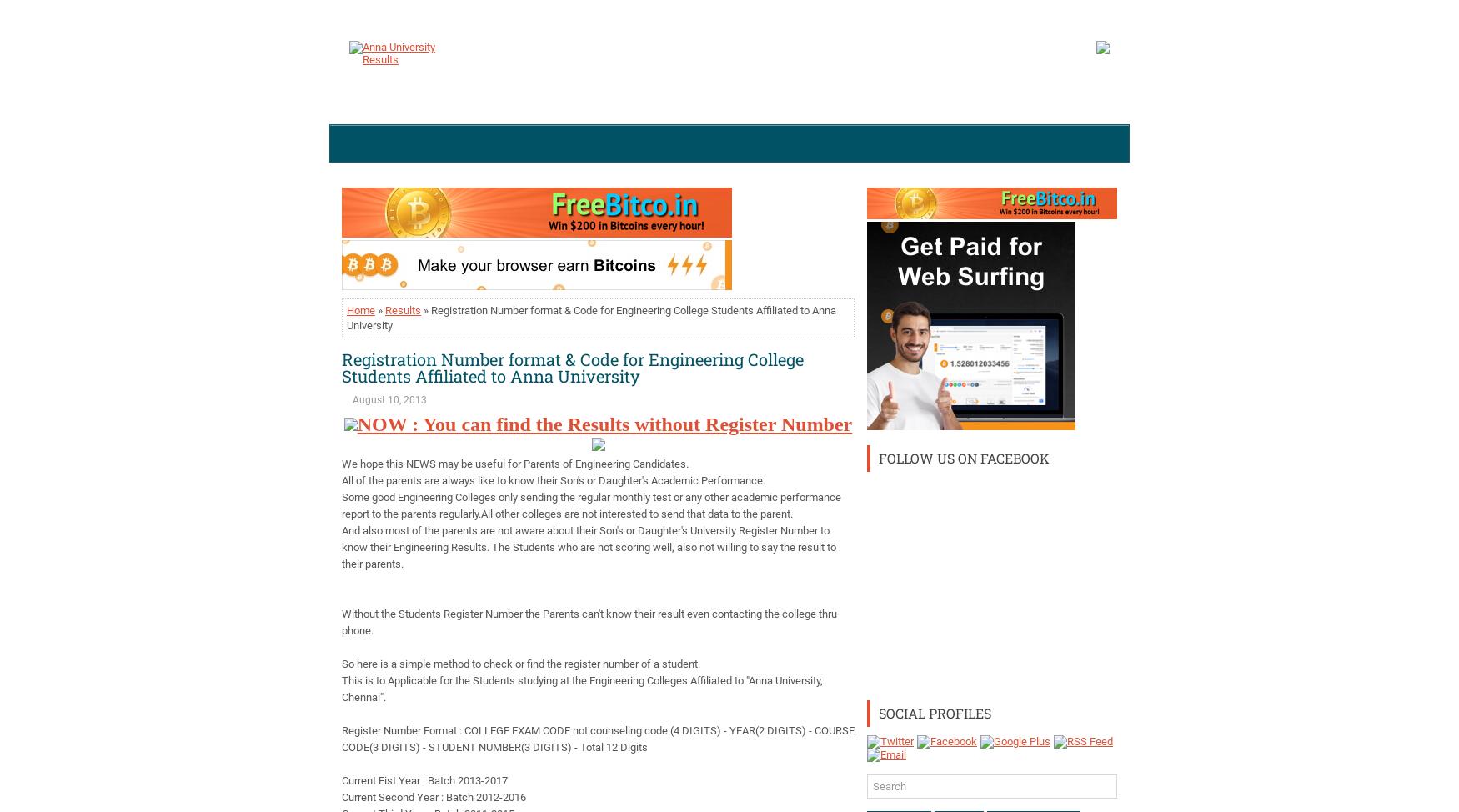  I want to click on 'Register  Number Format : COLLEGE EXAM CODE not counseling code (4 DIGITS) - YEAR(2 DIGITS) - COURSE CODE(3  DIGITS) - STUDENT NUMBER(3 DIGITS) - Total 12 Digits', so click(598, 739).